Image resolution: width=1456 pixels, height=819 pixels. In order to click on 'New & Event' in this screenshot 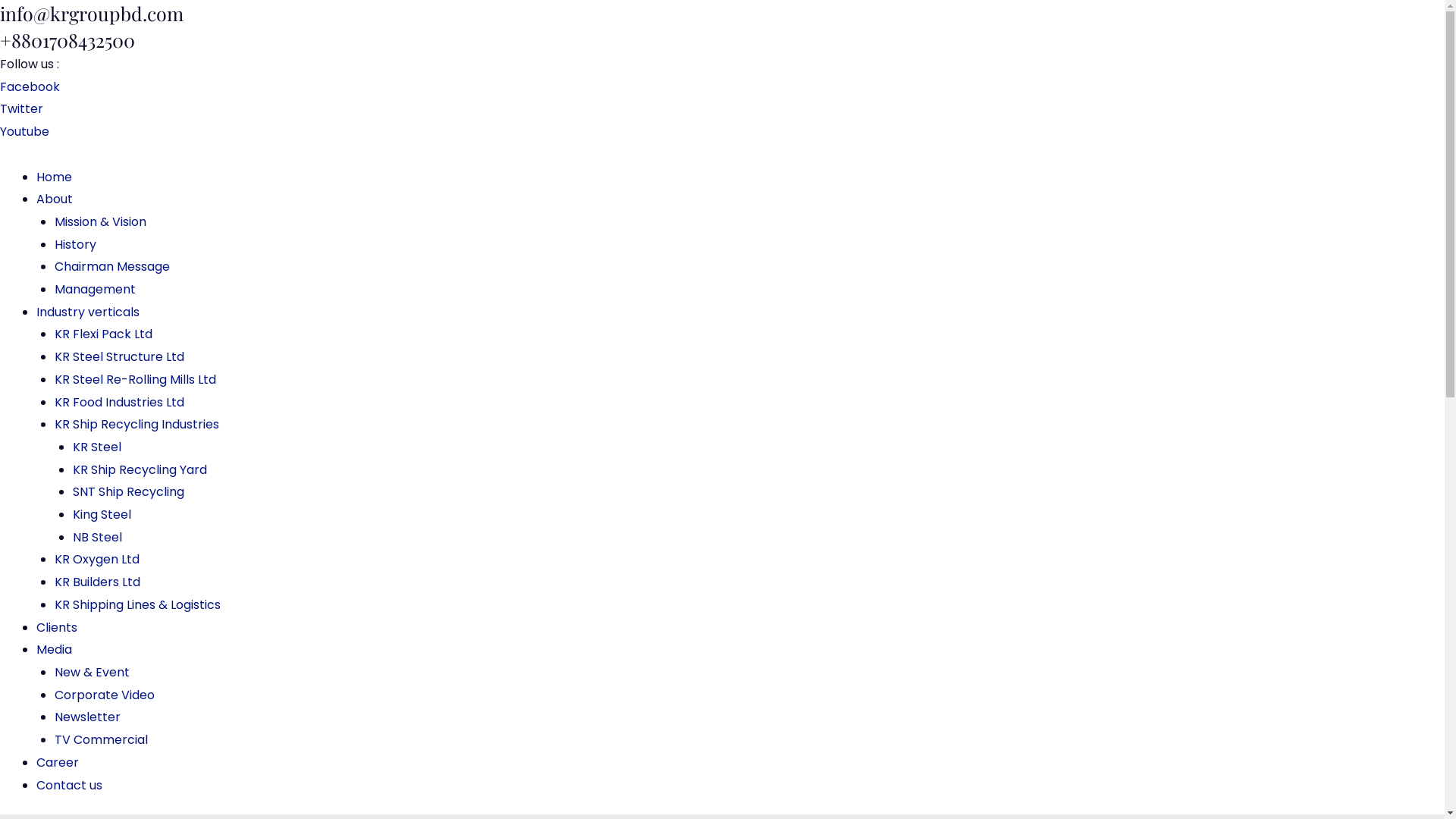, I will do `click(55, 671)`.